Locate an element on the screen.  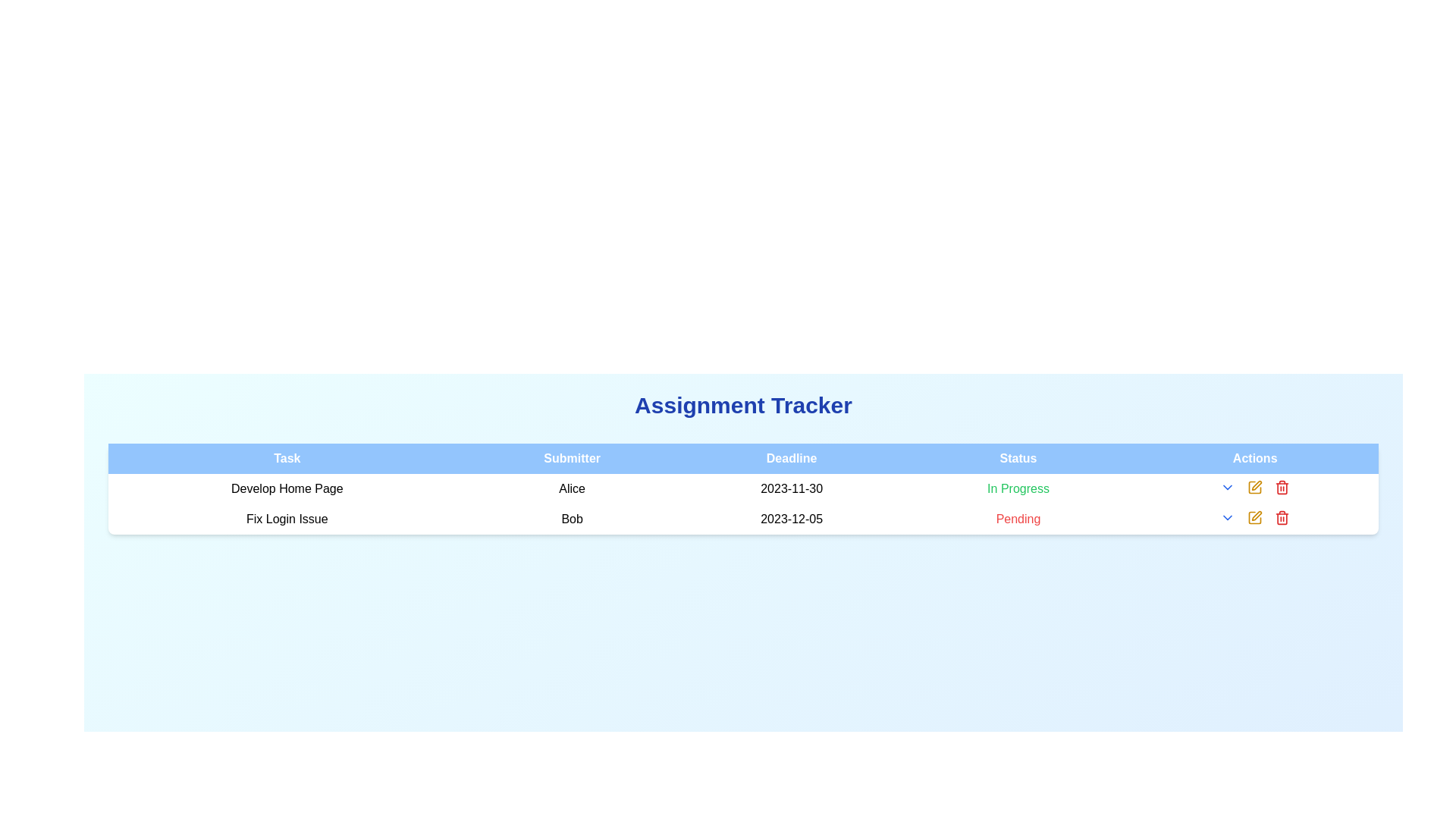
the date text displaying '2023-12-05' located in the 'Deadline' column of the second row, which pertains to the 'Fix Login Issue' task is located at coordinates (791, 519).